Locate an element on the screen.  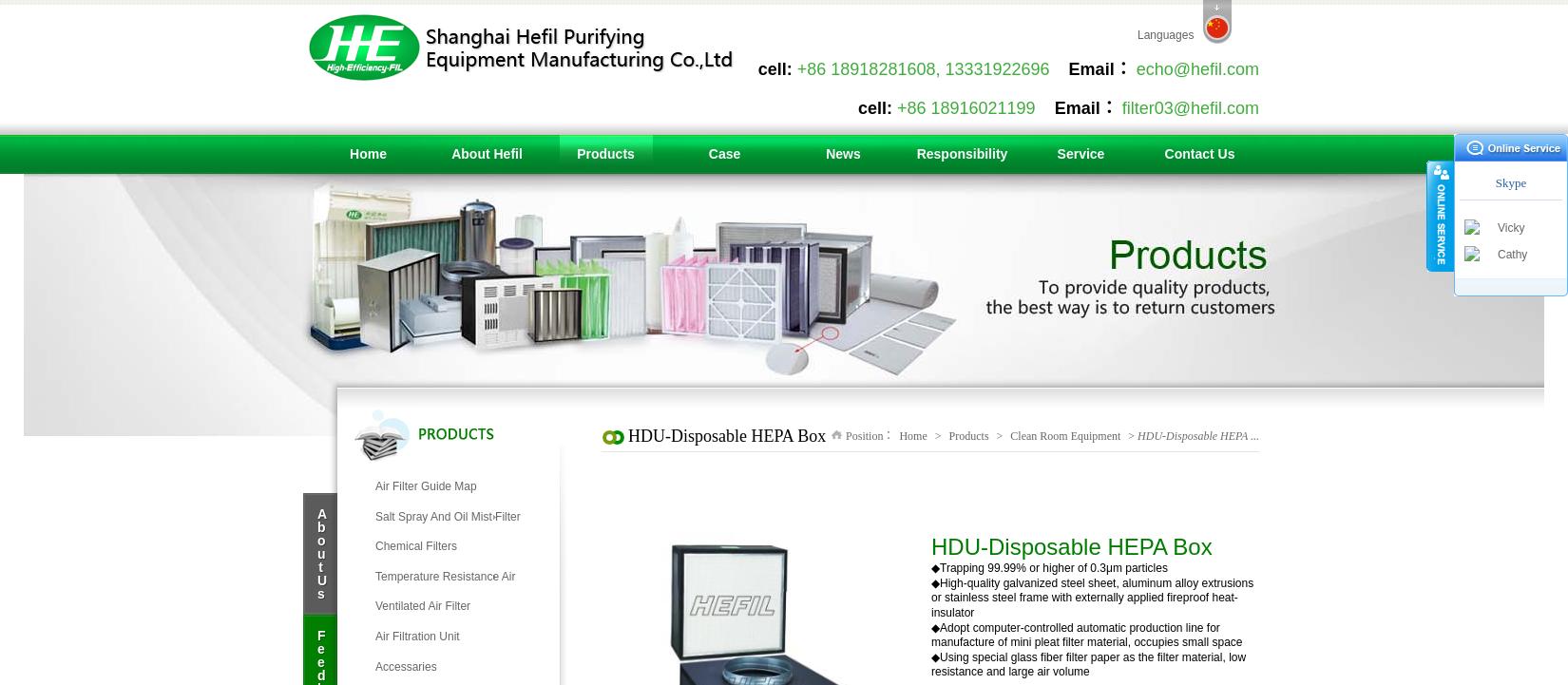
'Salt Spray And Oil Mist Filter' is located at coordinates (447, 515).